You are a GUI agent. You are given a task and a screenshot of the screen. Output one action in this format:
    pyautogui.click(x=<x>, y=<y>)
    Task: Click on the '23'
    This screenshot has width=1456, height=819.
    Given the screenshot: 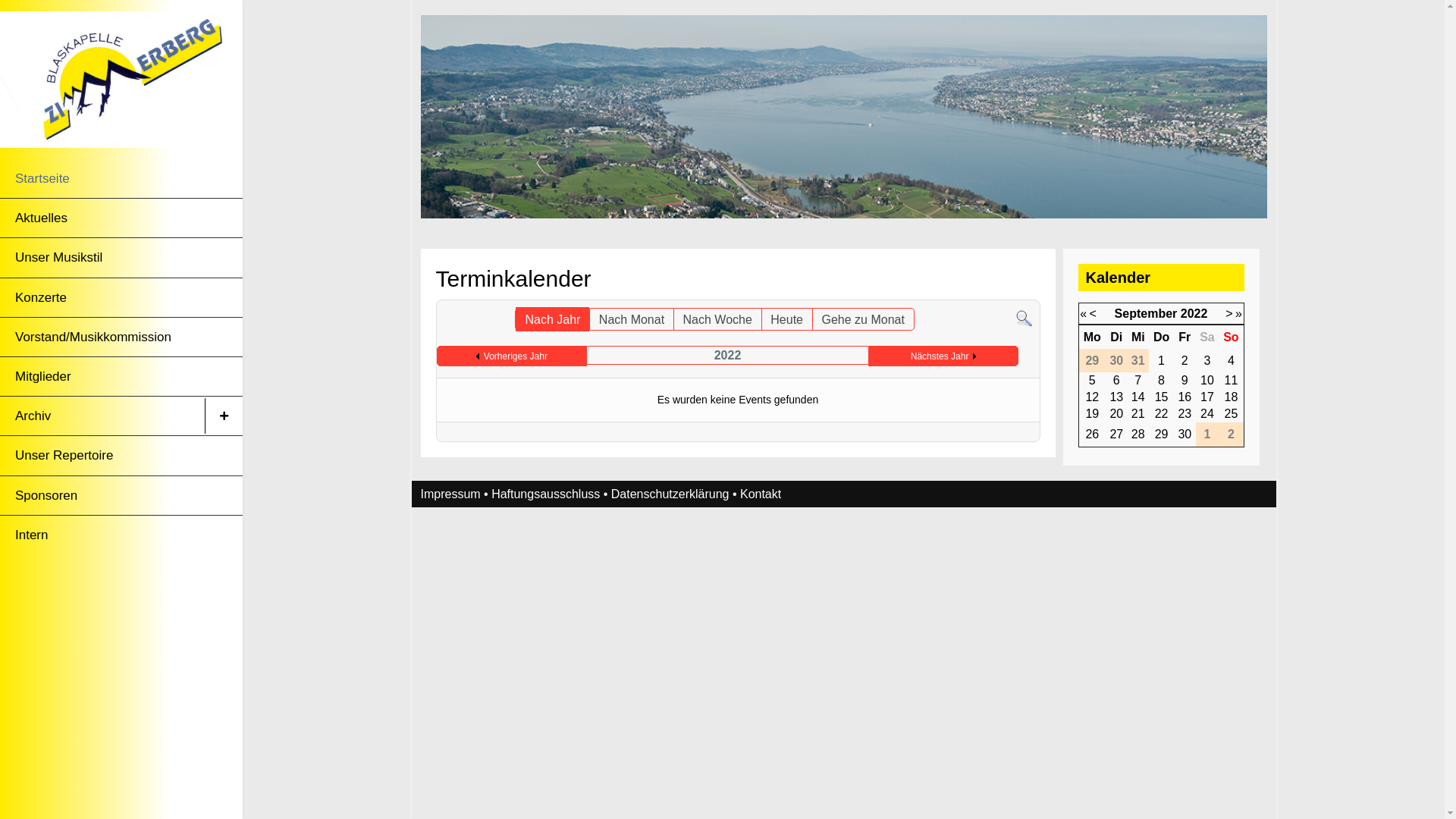 What is the action you would take?
    pyautogui.click(x=1183, y=413)
    